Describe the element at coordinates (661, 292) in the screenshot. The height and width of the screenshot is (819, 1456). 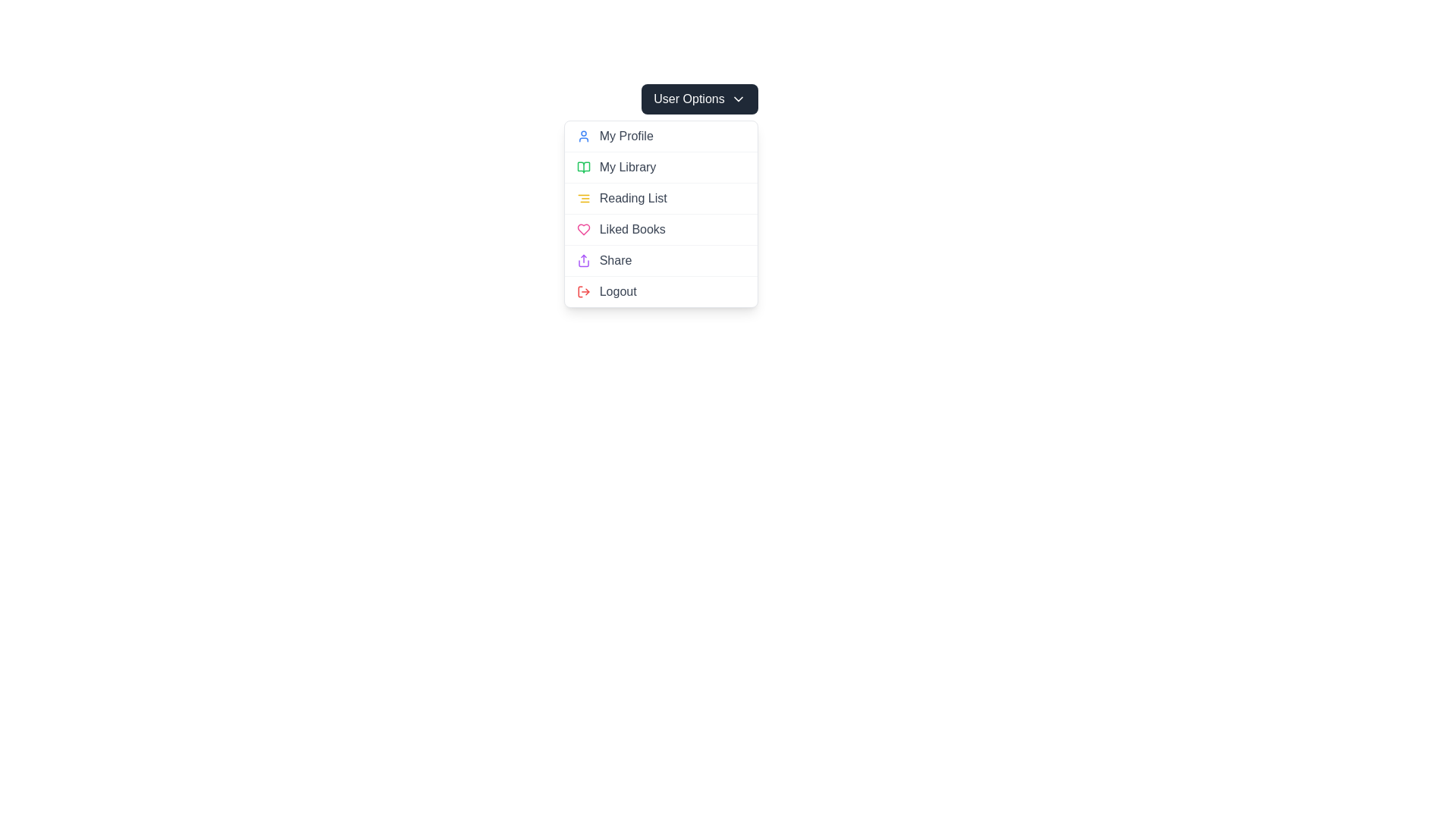
I see `the logout button, which is the sixth option in the 'User Options' dropdown menu` at that location.